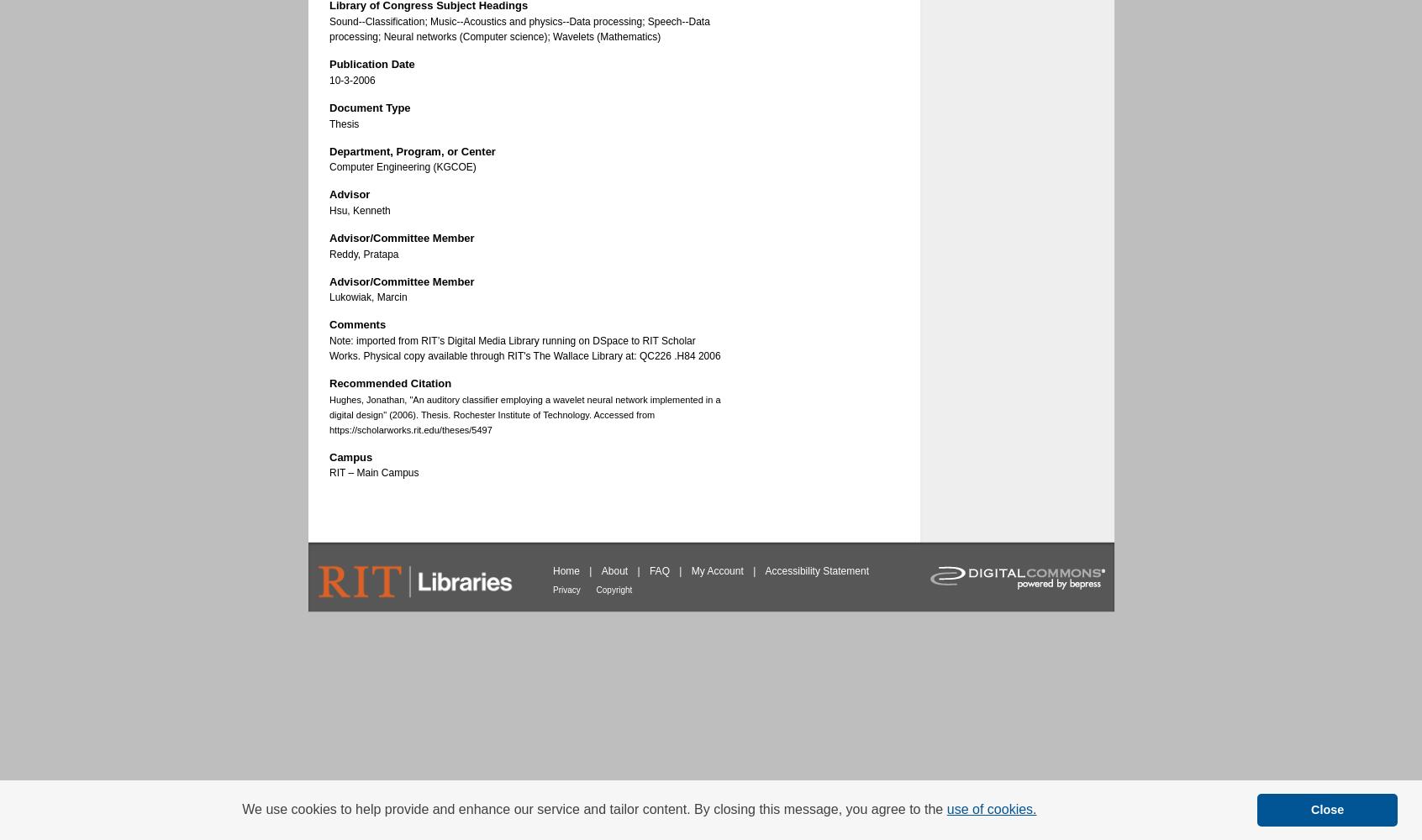 The height and width of the screenshot is (840, 1422). What do you see at coordinates (368, 107) in the screenshot?
I see `'Document Type'` at bounding box center [368, 107].